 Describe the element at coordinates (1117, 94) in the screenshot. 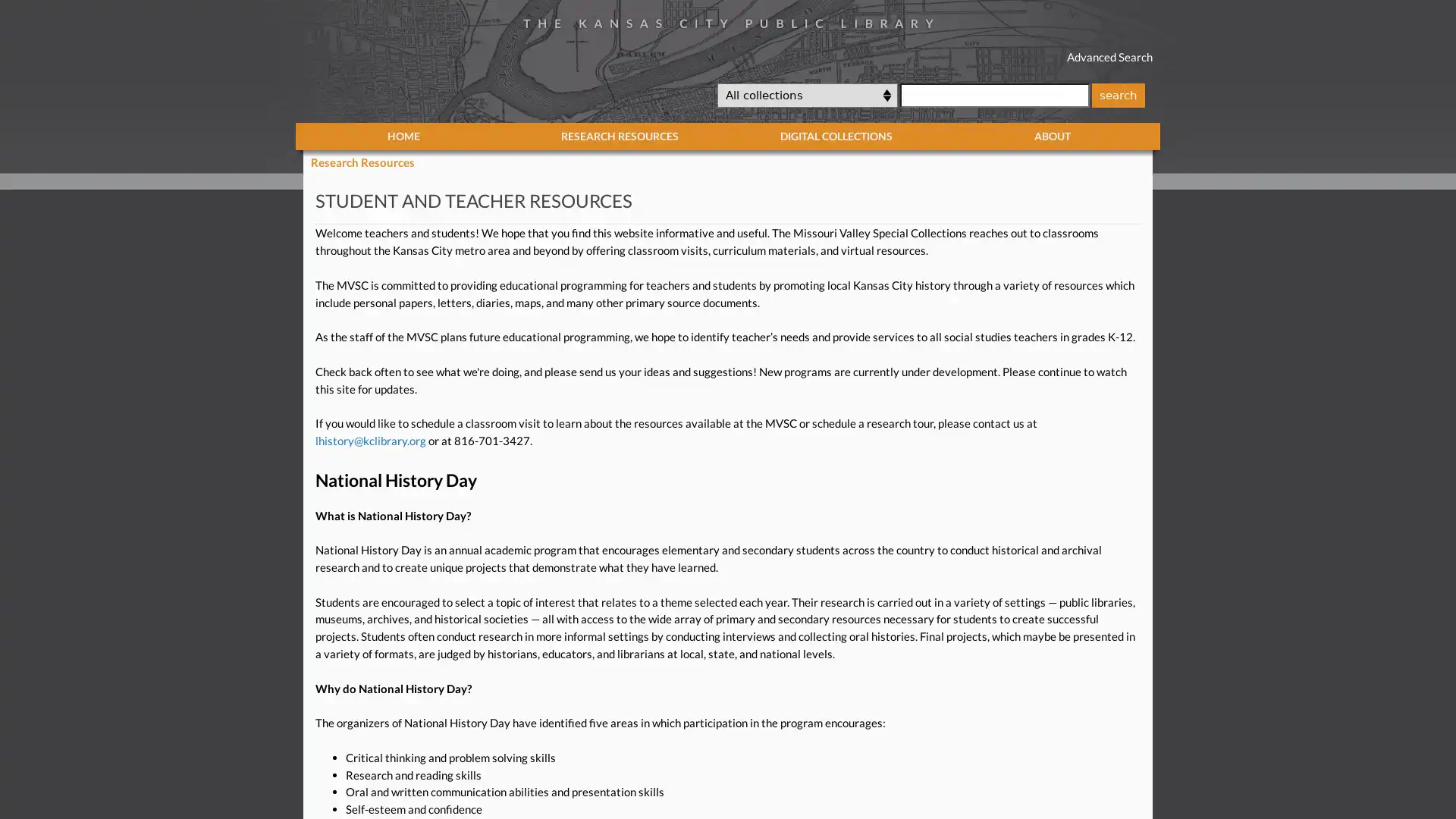

I see `search` at that location.